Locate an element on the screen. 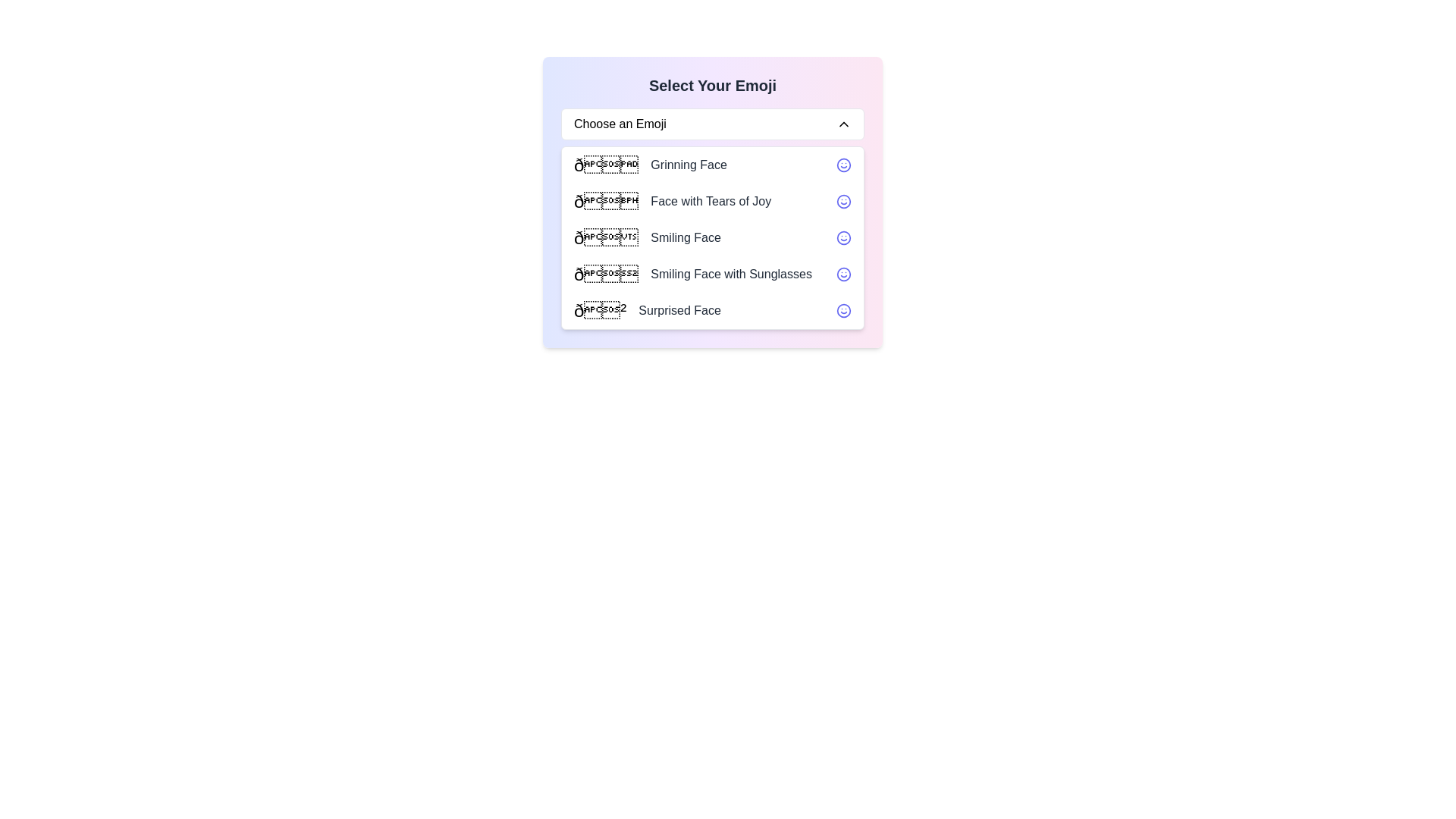  the dropdown menu option labeled 'Face with Tears of Joy' is located at coordinates (712, 201).